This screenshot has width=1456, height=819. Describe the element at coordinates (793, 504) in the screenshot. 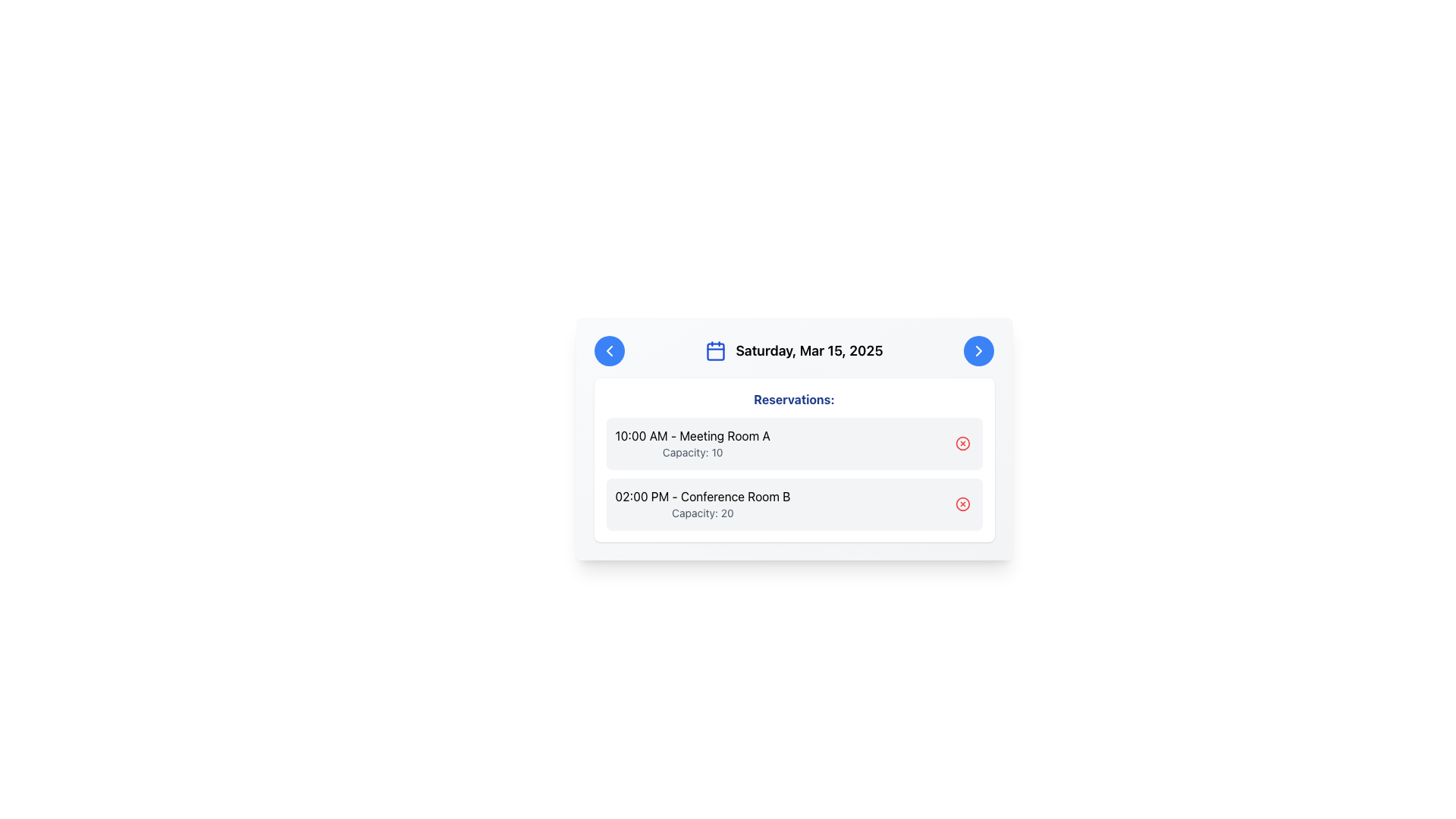

I see `the second list item in the Reservations section, which contains the text '02:00 PM - Conference Room B' and a red delete button with an 'X' icon` at that location.